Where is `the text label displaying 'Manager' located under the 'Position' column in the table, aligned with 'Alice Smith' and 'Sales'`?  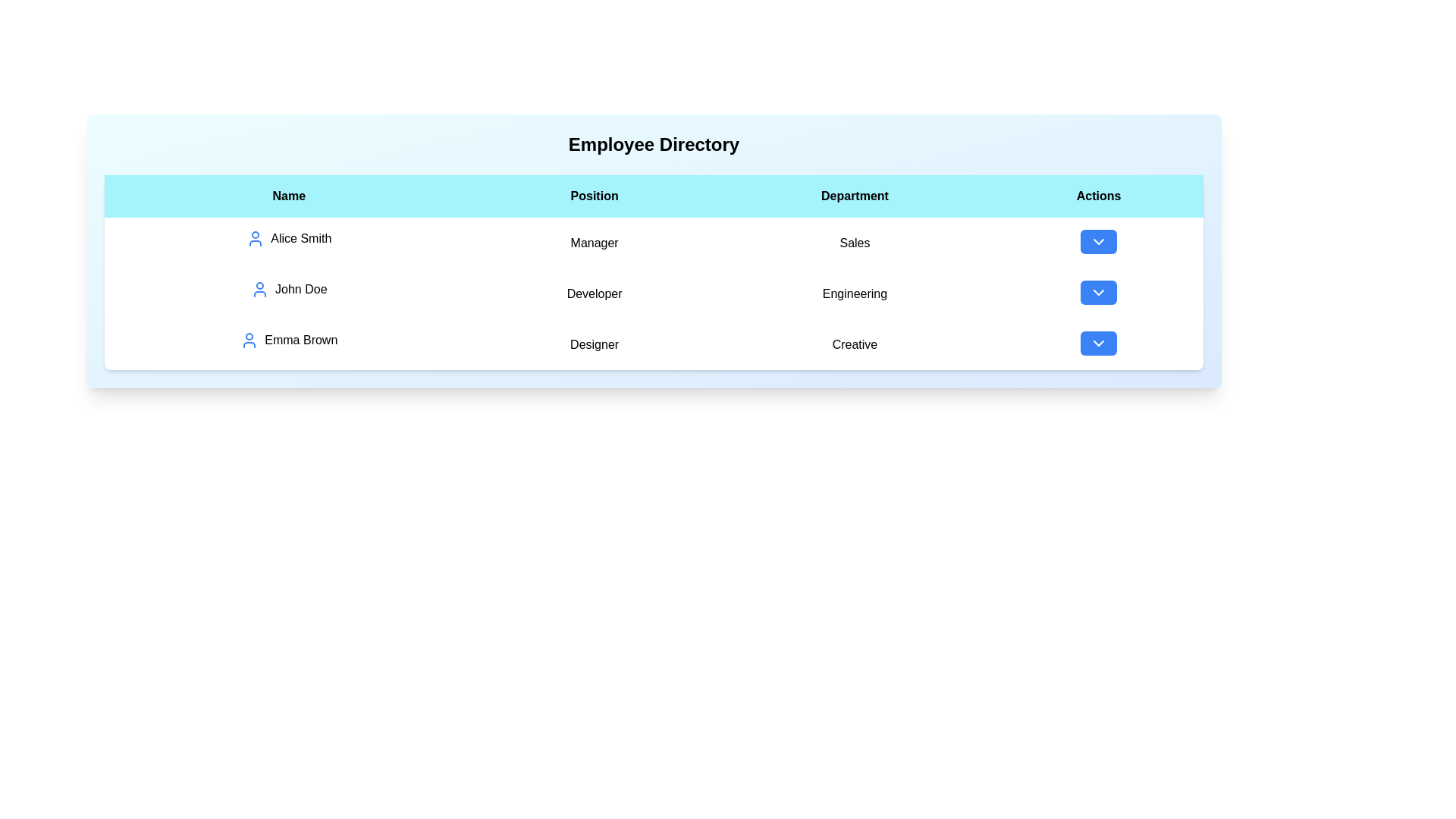 the text label displaying 'Manager' located under the 'Position' column in the table, aligned with 'Alice Smith' and 'Sales' is located at coordinates (594, 242).